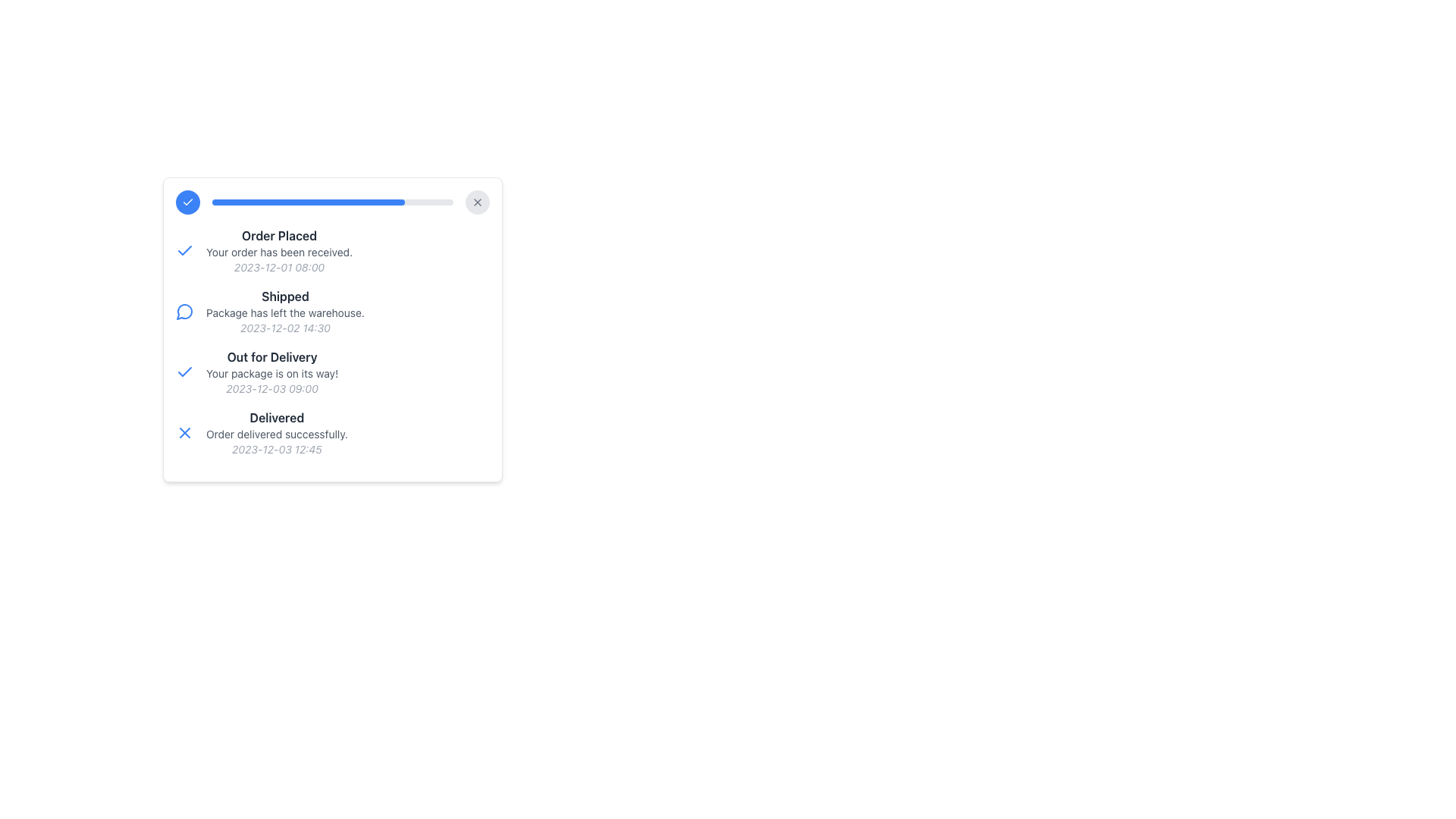 This screenshot has width=1456, height=819. Describe the element at coordinates (272, 372) in the screenshot. I see `the informational component indicating the package's current status as 'Out for Delivery', which is the third status row in the process list` at that location.